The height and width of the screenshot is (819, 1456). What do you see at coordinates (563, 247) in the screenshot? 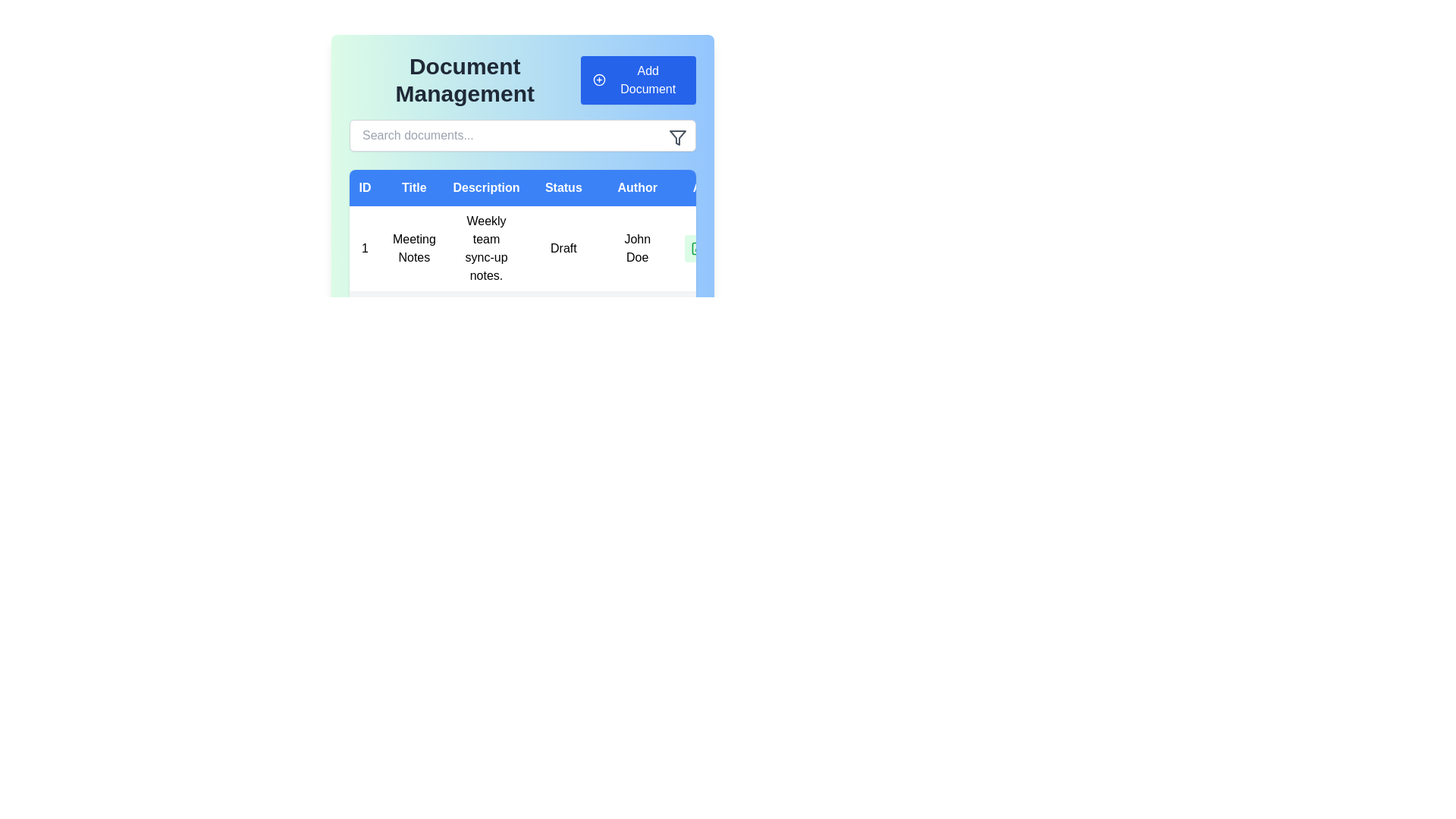
I see `the text label displaying 'Draft' located in the fourth cell of the 'Status' column in the table` at bounding box center [563, 247].